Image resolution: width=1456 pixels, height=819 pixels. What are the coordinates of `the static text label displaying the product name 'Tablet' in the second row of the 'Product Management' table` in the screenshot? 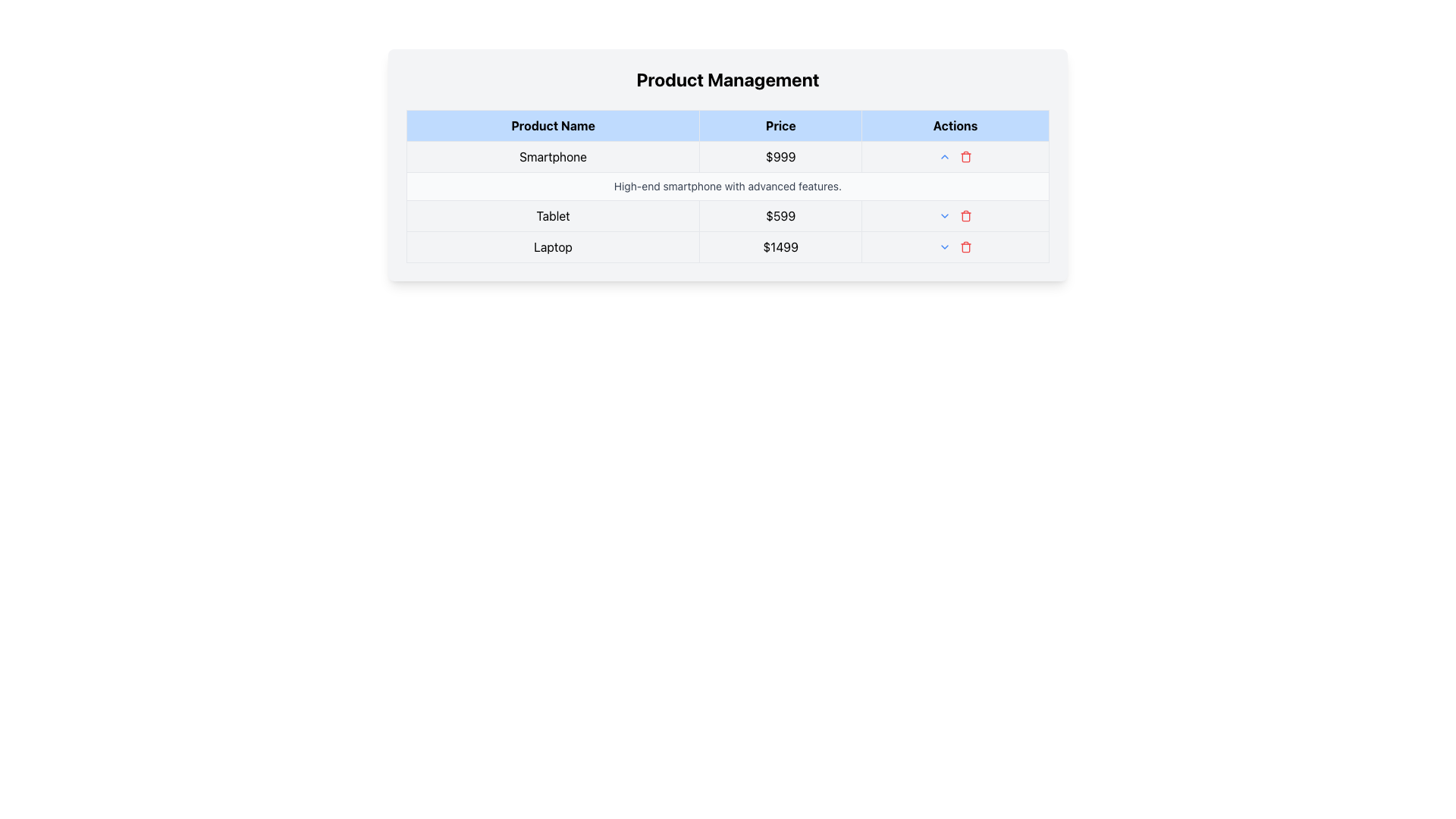 It's located at (552, 216).